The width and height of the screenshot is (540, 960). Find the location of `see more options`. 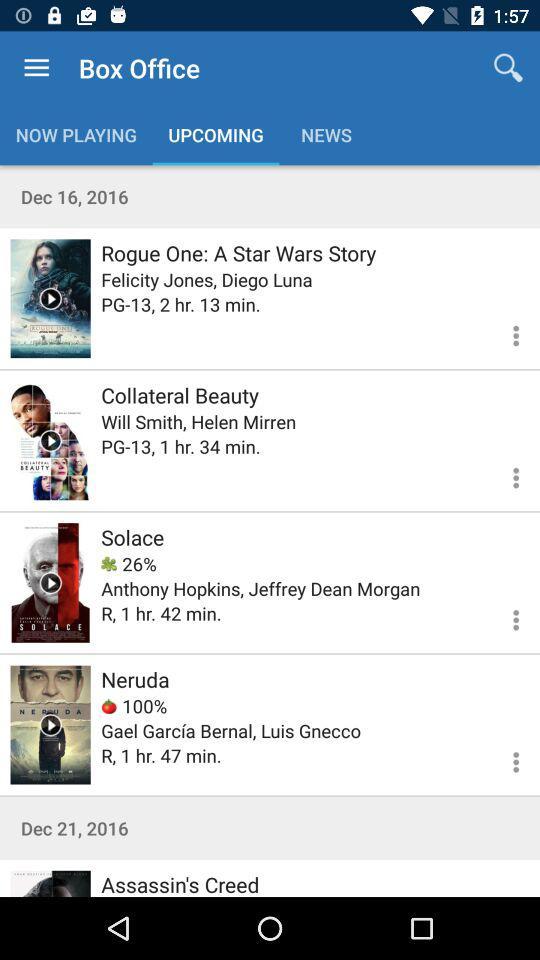

see more options is located at coordinates (503, 616).